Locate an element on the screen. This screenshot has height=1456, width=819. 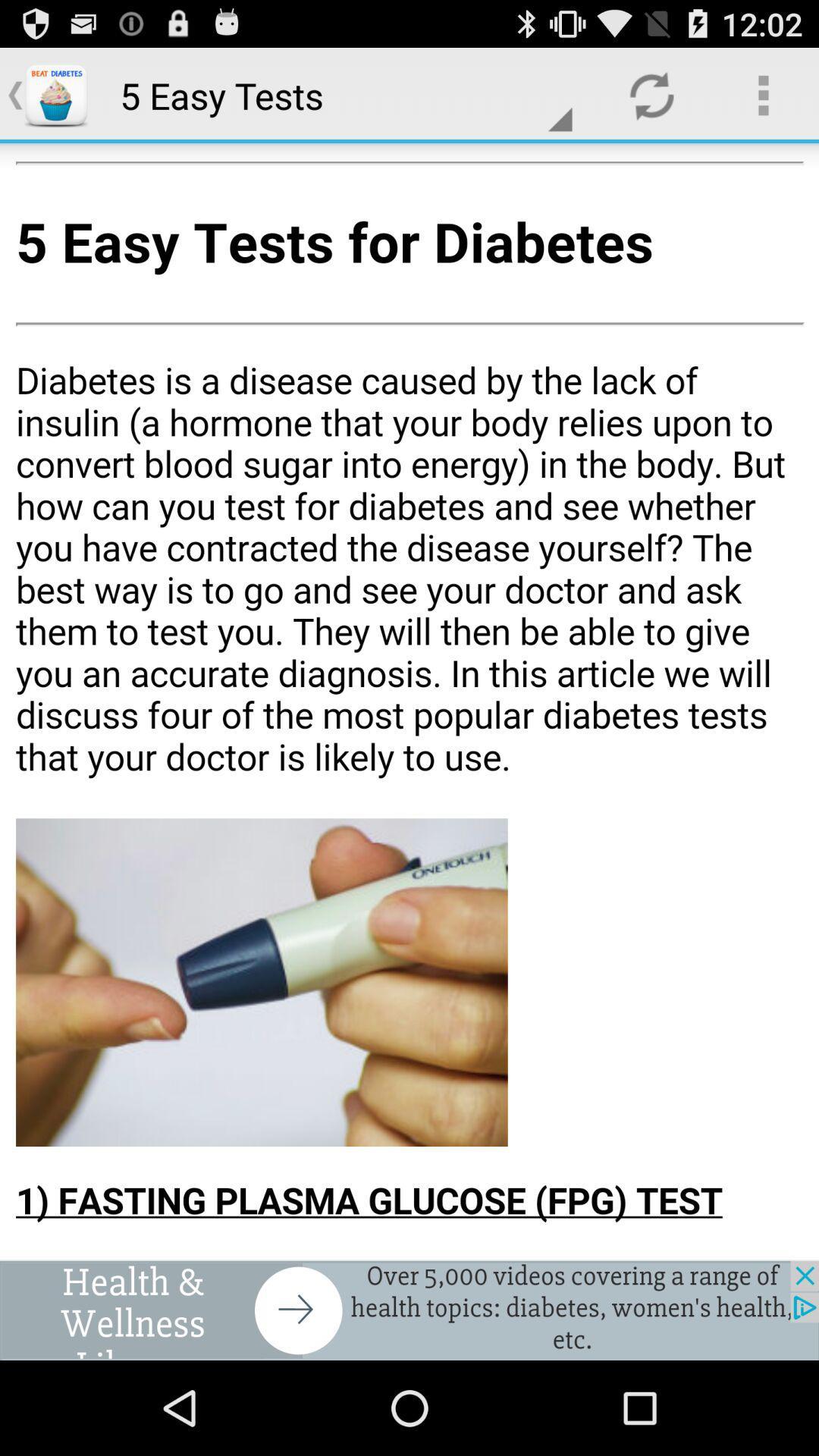
open advertisement is located at coordinates (409, 1310).